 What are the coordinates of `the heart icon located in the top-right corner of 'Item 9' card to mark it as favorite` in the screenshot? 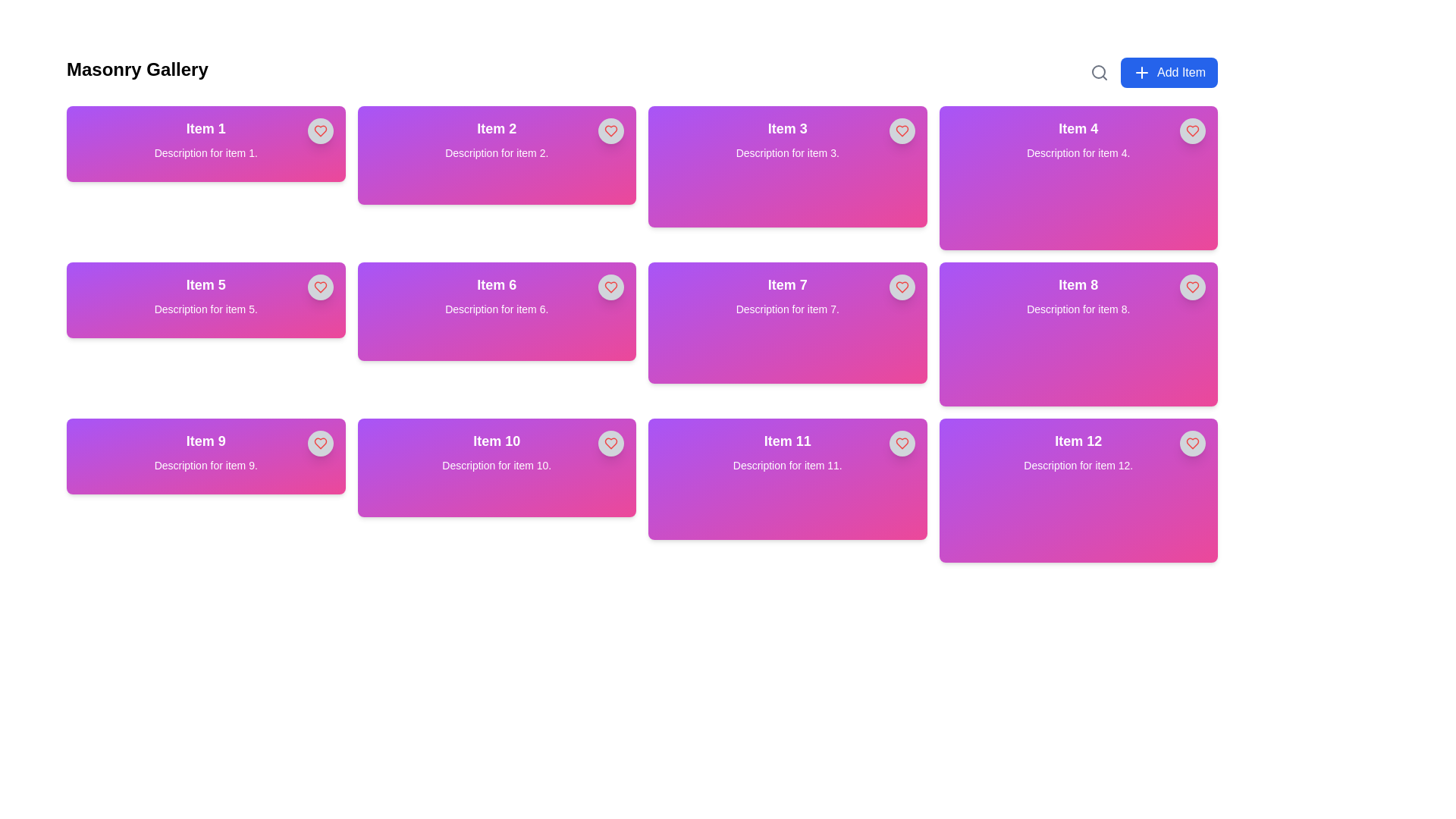 It's located at (319, 287).